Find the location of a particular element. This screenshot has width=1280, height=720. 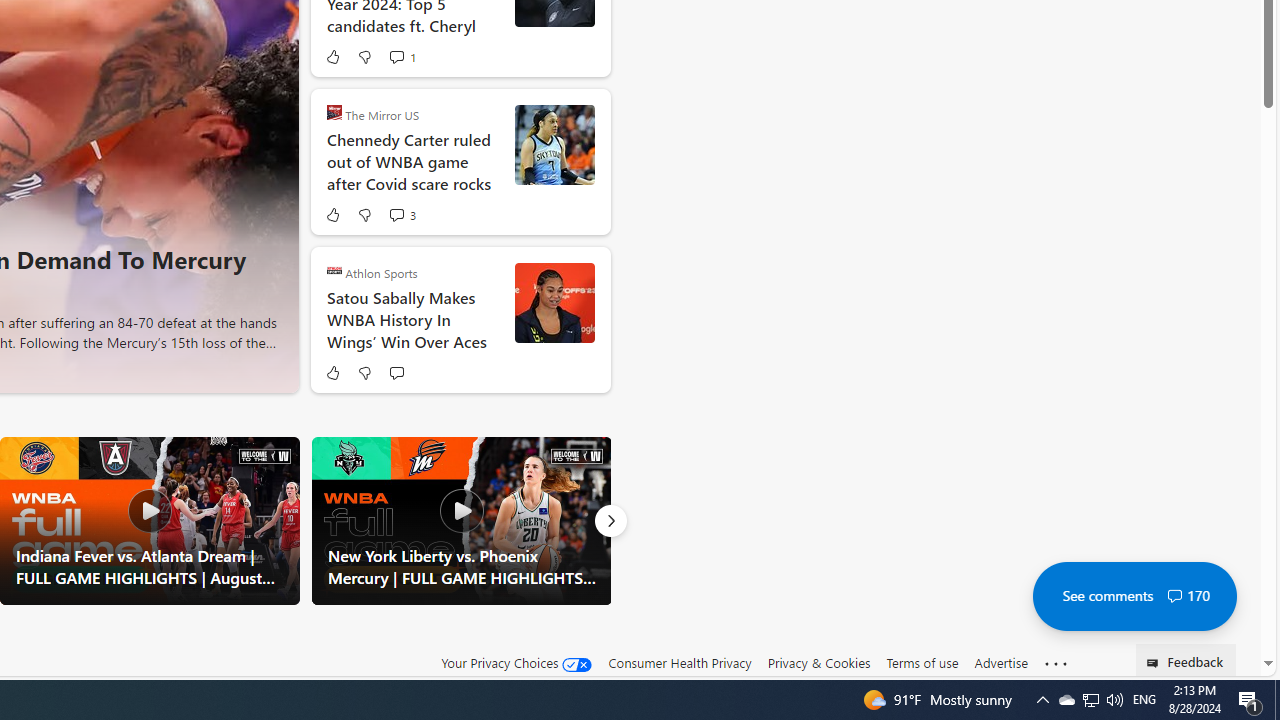

'Like' is located at coordinates (332, 372).